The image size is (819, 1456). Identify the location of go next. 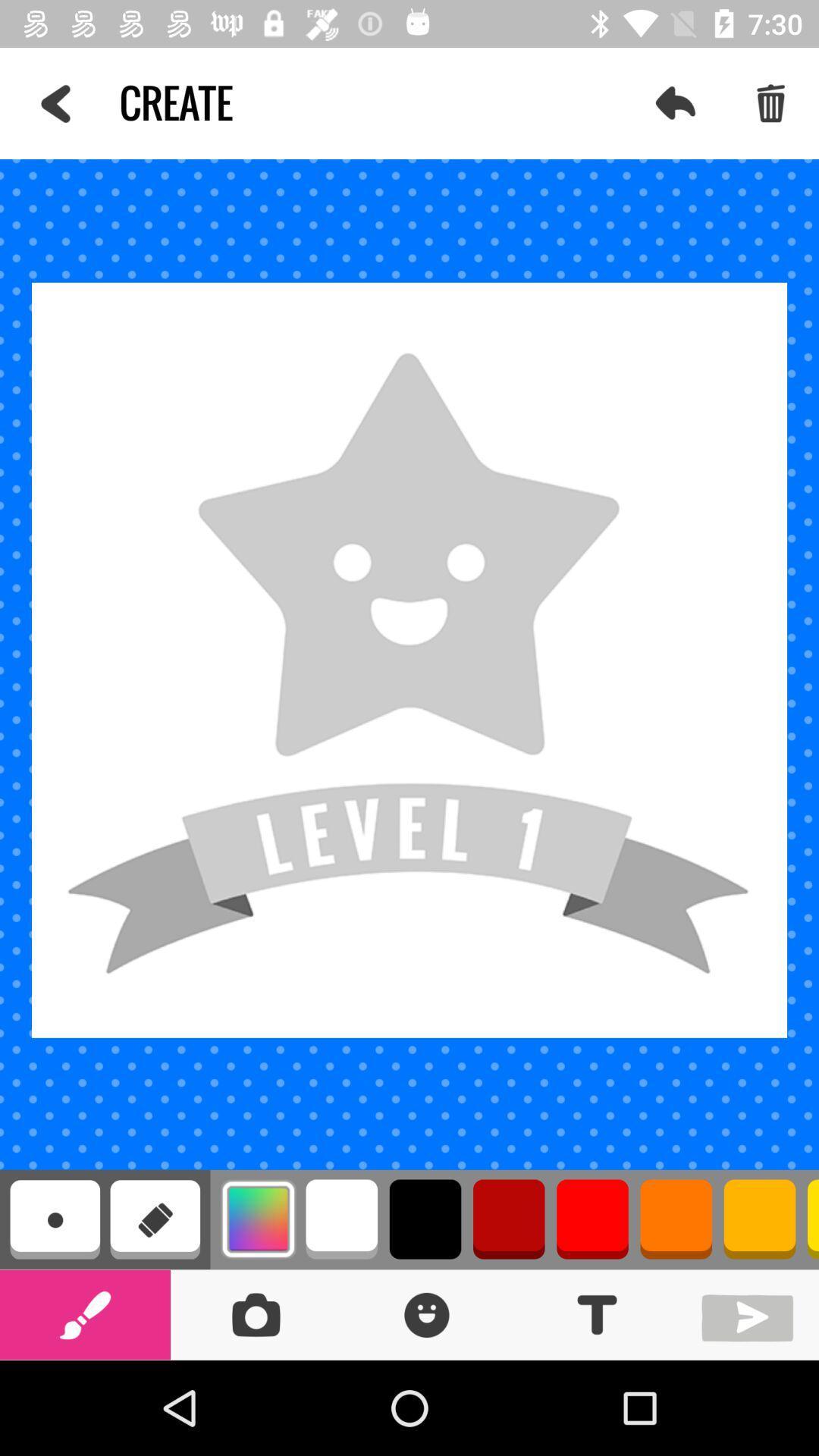
(751, 1313).